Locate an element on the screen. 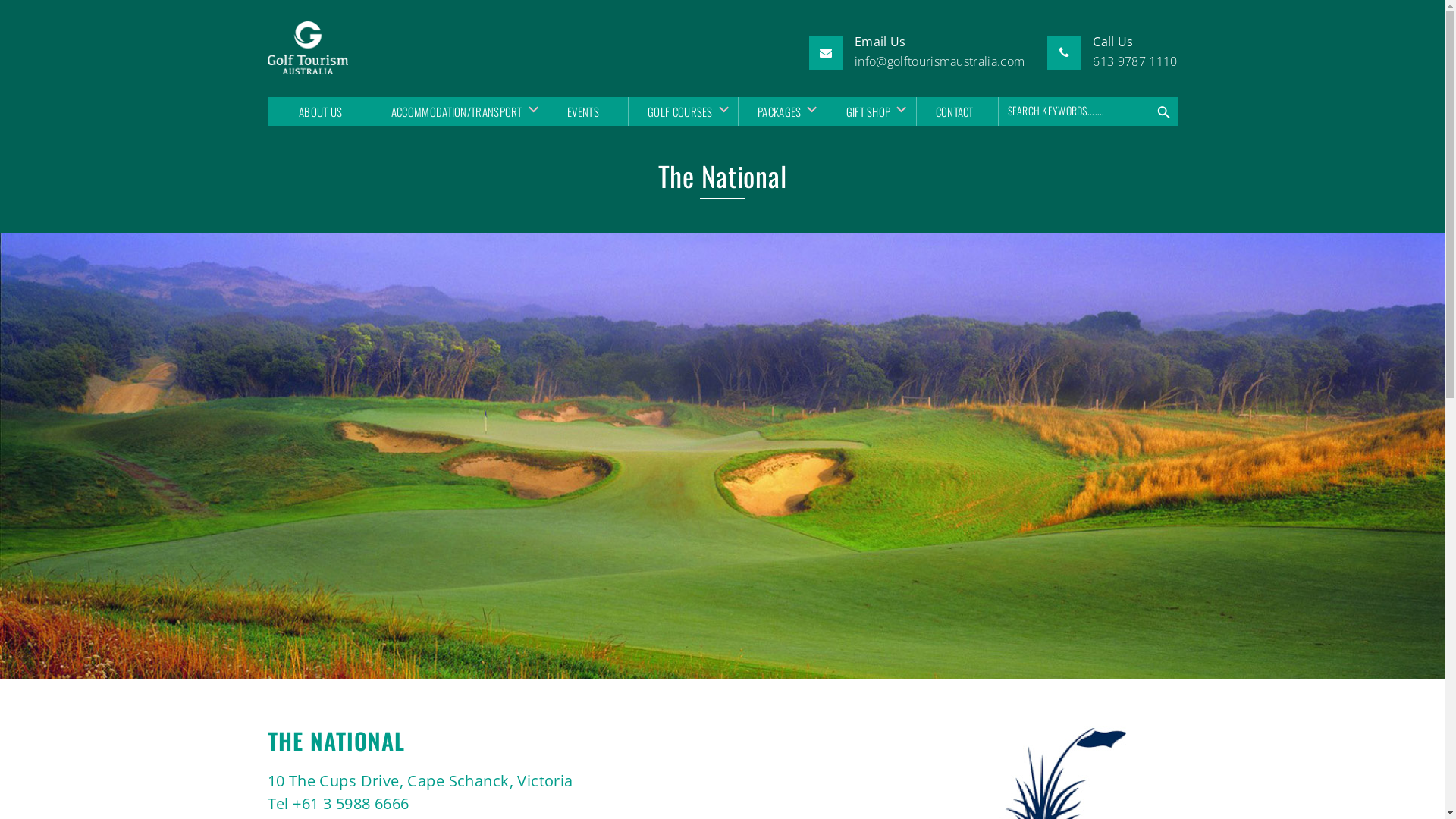  'GOLF COURSES' is located at coordinates (628, 110).